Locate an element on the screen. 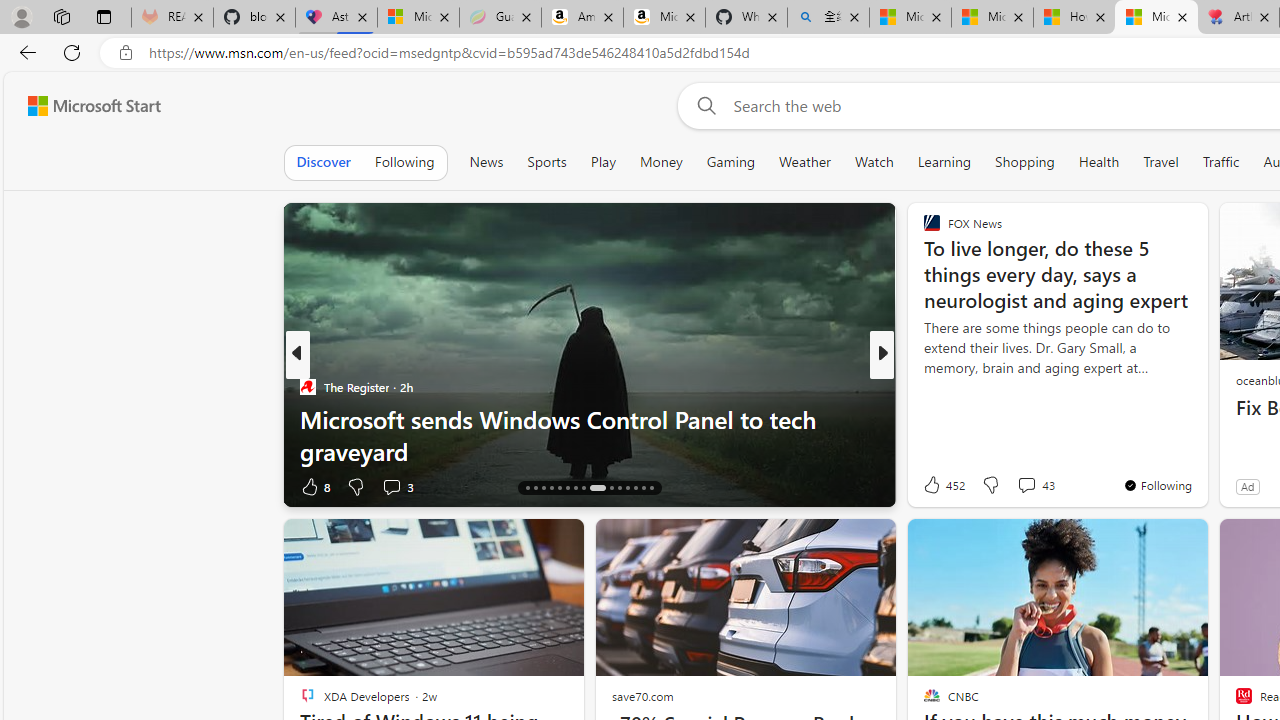  'AutomationID: tab-19' is located at coordinates (551, 488).